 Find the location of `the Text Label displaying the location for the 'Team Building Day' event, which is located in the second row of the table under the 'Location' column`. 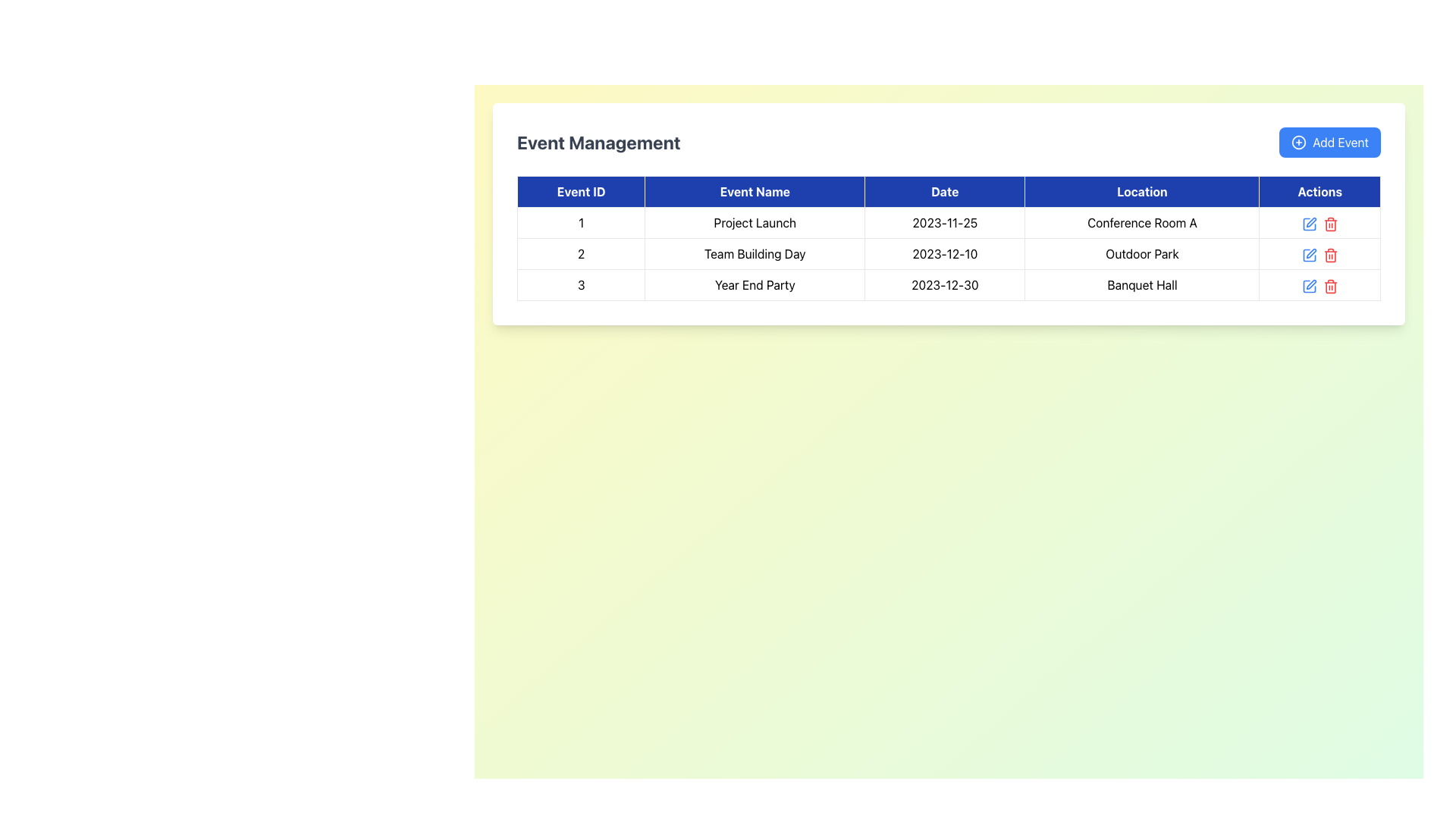

the Text Label displaying the location for the 'Team Building Day' event, which is located in the second row of the table under the 'Location' column is located at coordinates (1142, 253).